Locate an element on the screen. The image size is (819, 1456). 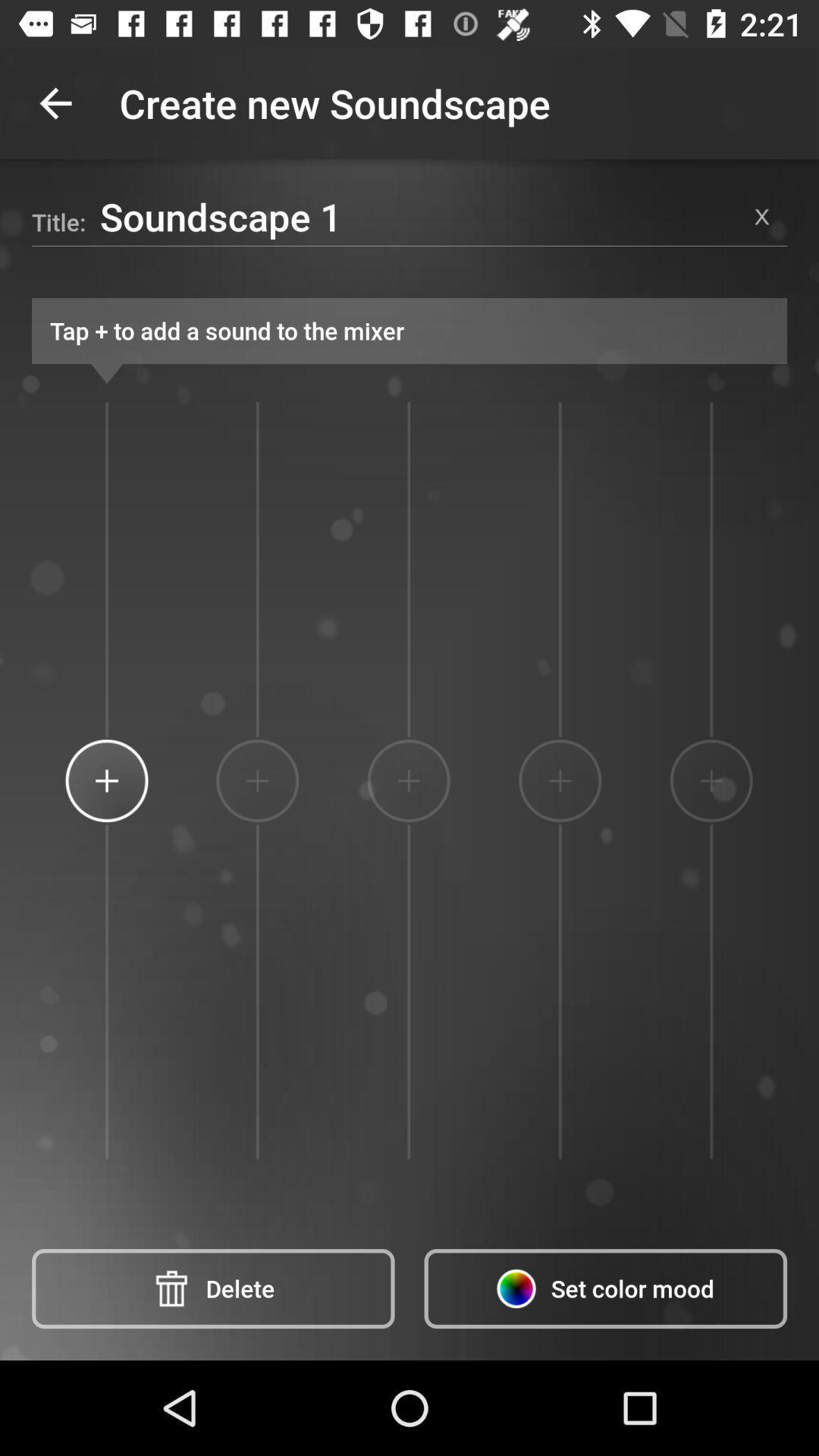
the item to the right of the title: item is located at coordinates (418, 215).